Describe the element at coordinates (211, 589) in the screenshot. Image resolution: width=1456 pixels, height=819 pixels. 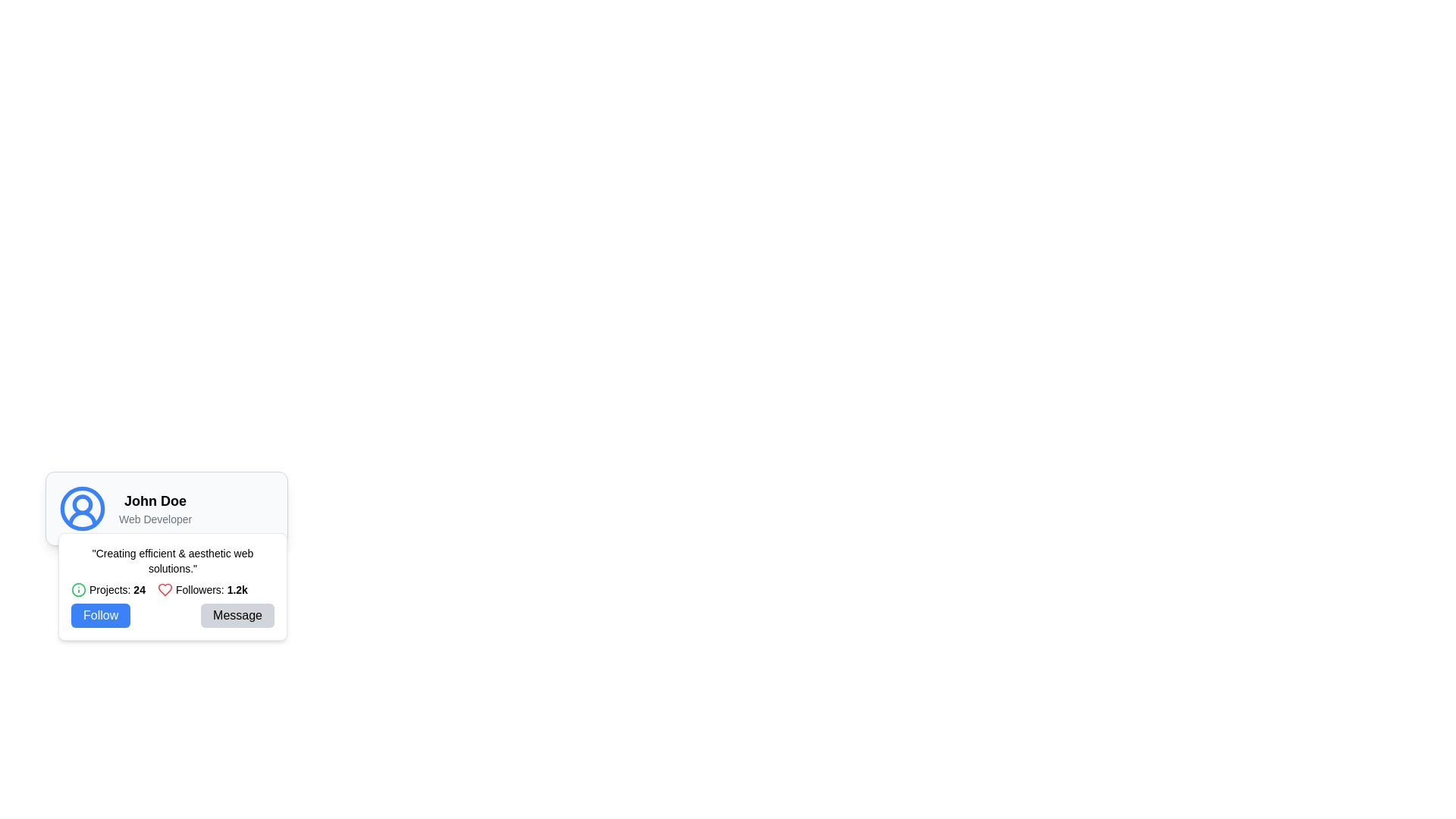
I see `the textual label displaying 'Followers: 1.2k', which is located to the right of the red heart icon in the lower part of the profile card` at that location.